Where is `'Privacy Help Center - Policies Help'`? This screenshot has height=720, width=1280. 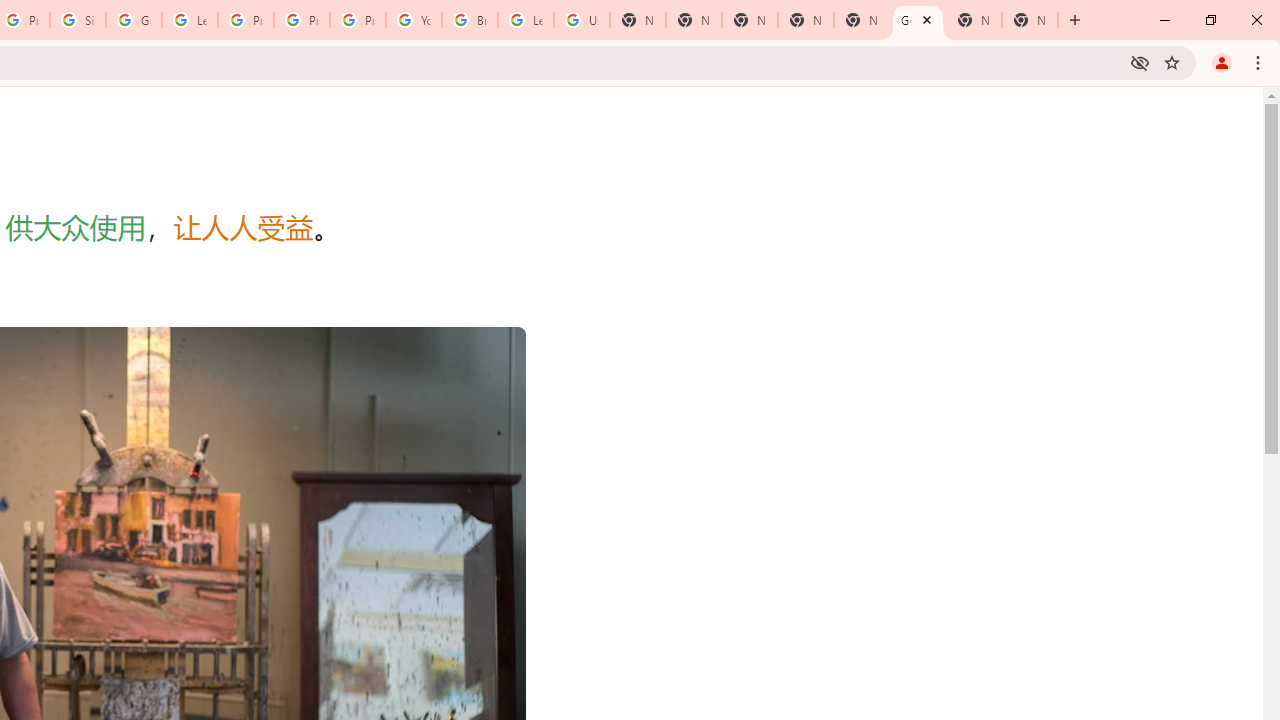 'Privacy Help Center - Policies Help' is located at coordinates (244, 20).